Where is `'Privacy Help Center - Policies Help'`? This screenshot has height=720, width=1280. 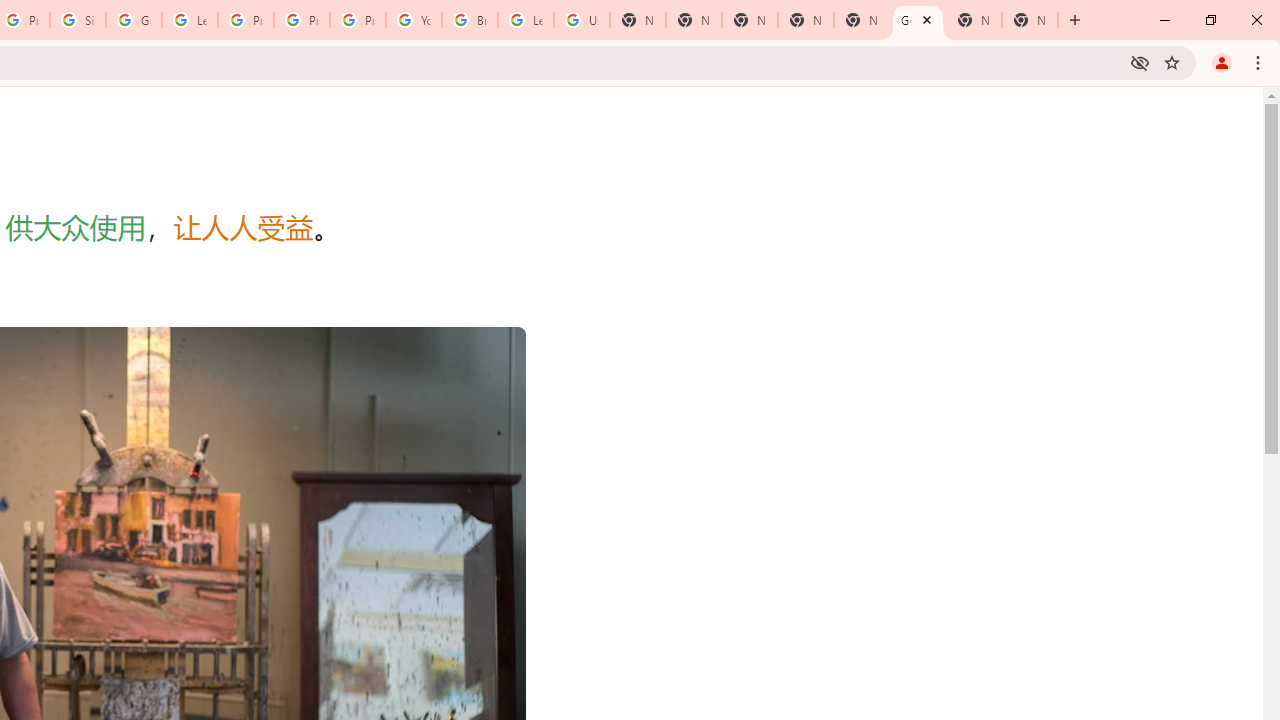 'Privacy Help Center - Policies Help' is located at coordinates (244, 20).